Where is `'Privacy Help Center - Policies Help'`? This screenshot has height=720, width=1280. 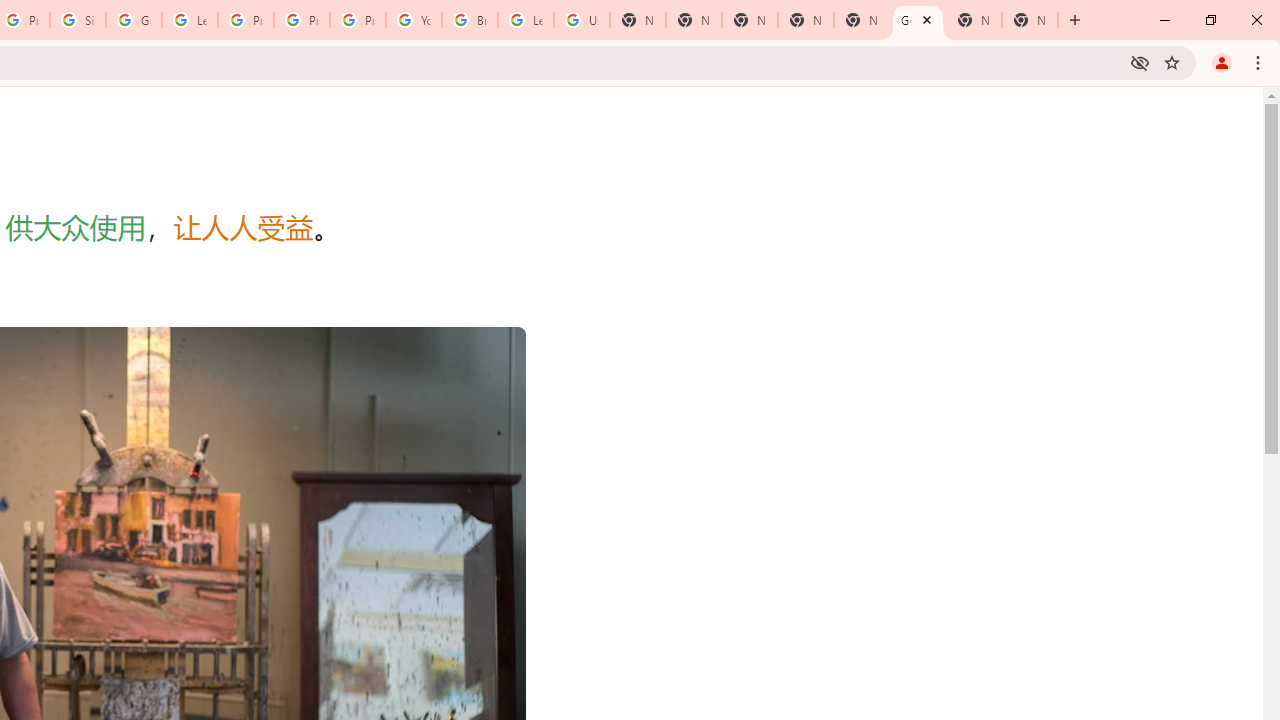 'Privacy Help Center - Policies Help' is located at coordinates (244, 20).